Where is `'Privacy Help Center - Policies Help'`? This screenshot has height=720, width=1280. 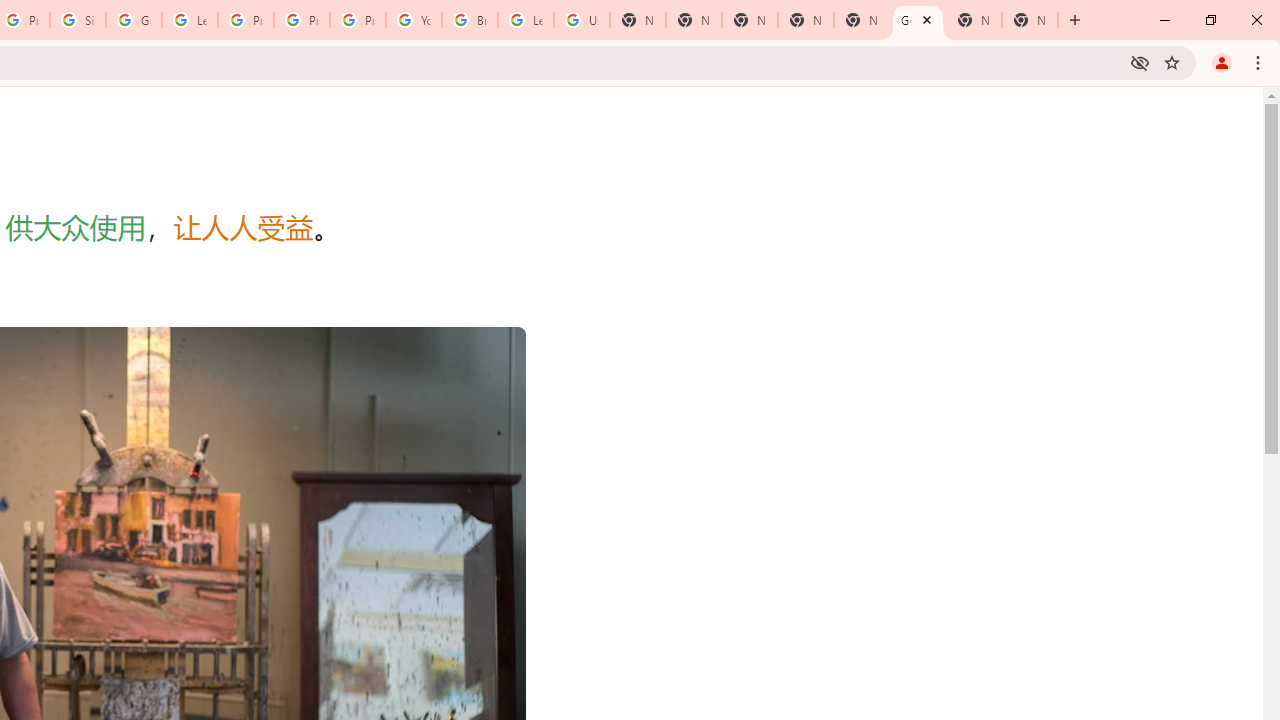 'Privacy Help Center - Policies Help' is located at coordinates (244, 20).